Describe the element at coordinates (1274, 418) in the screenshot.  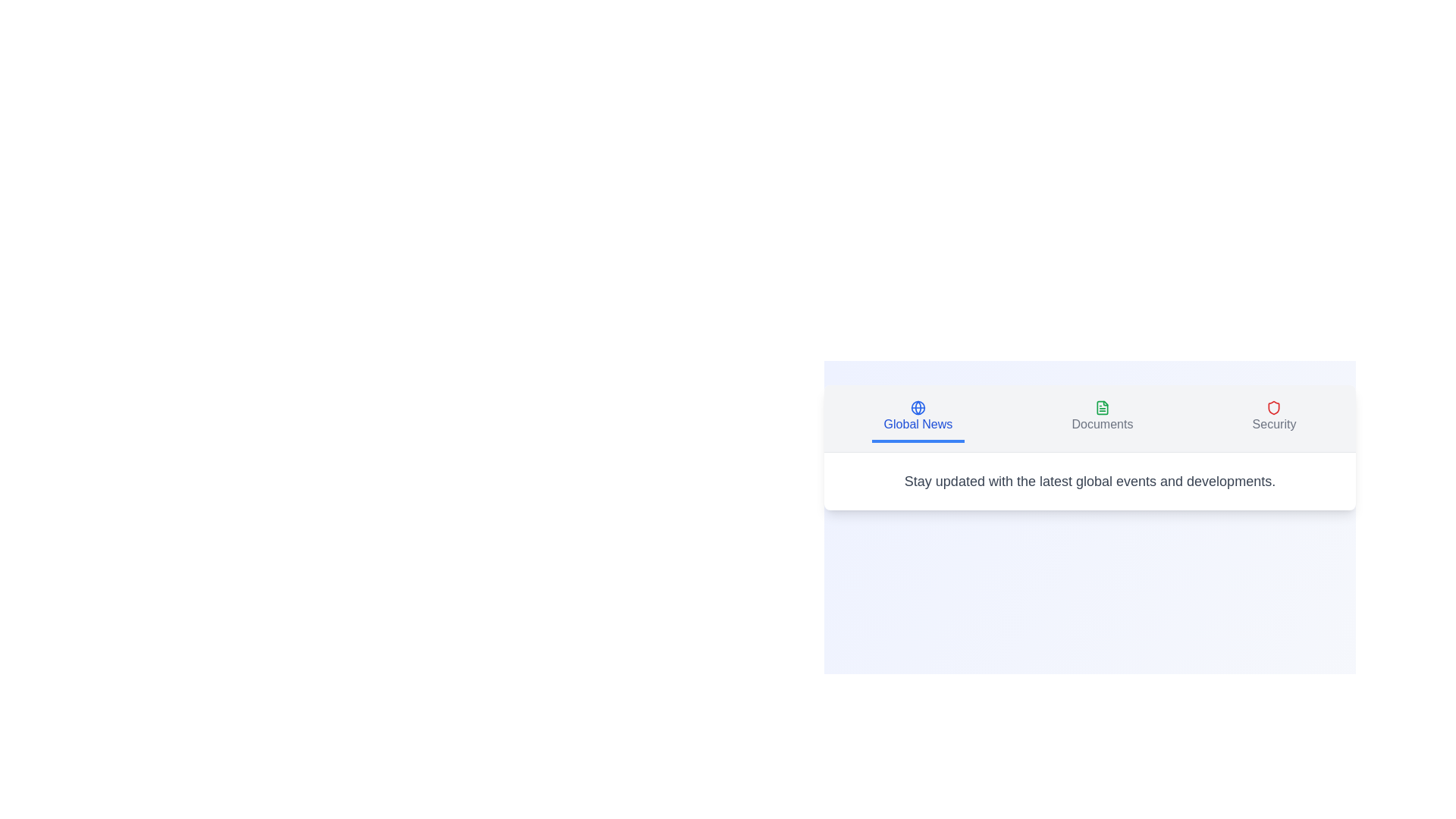
I see `the Security tab` at that location.